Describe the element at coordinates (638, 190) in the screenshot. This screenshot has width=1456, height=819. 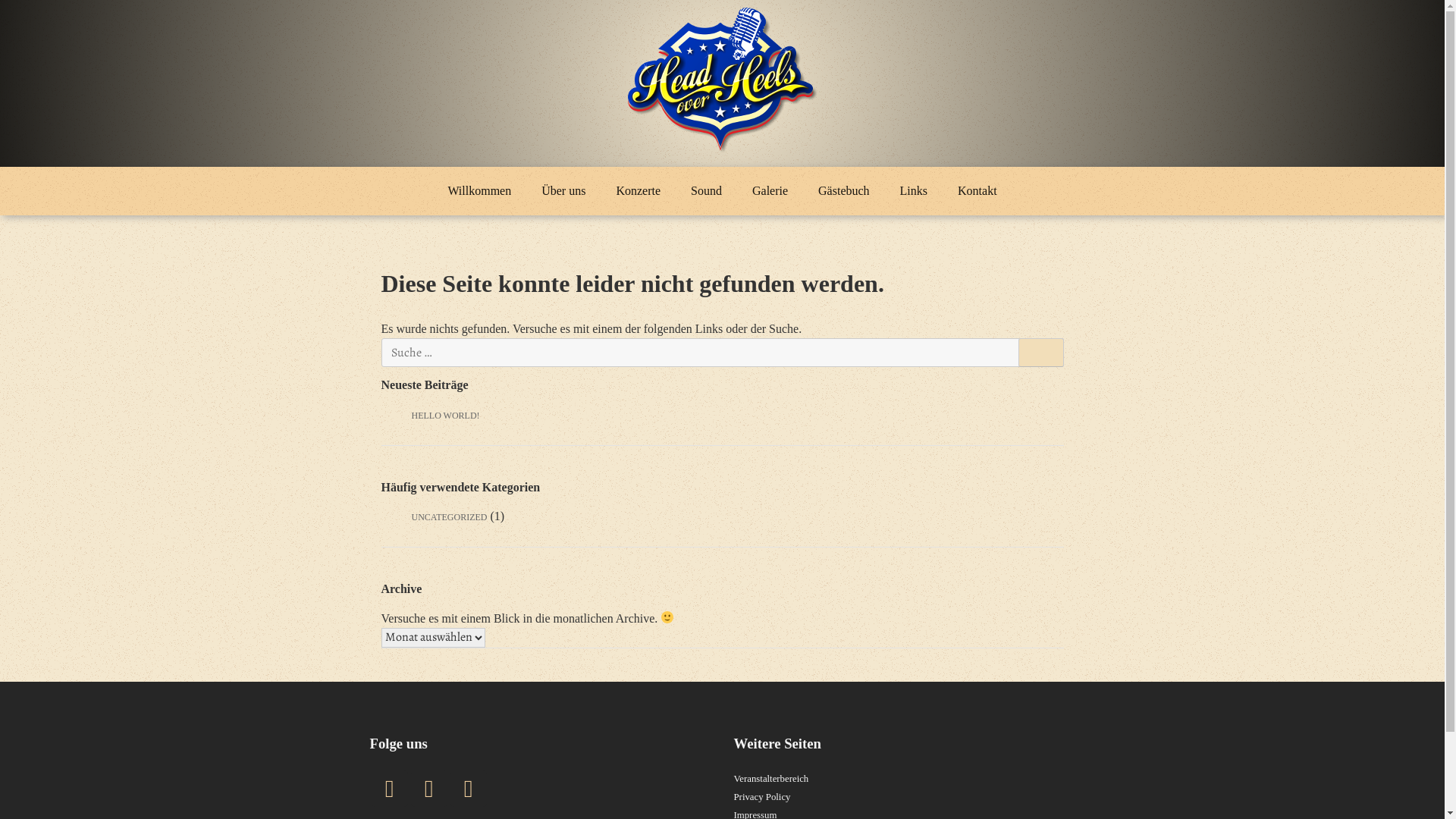
I see `'Konzerte'` at that location.